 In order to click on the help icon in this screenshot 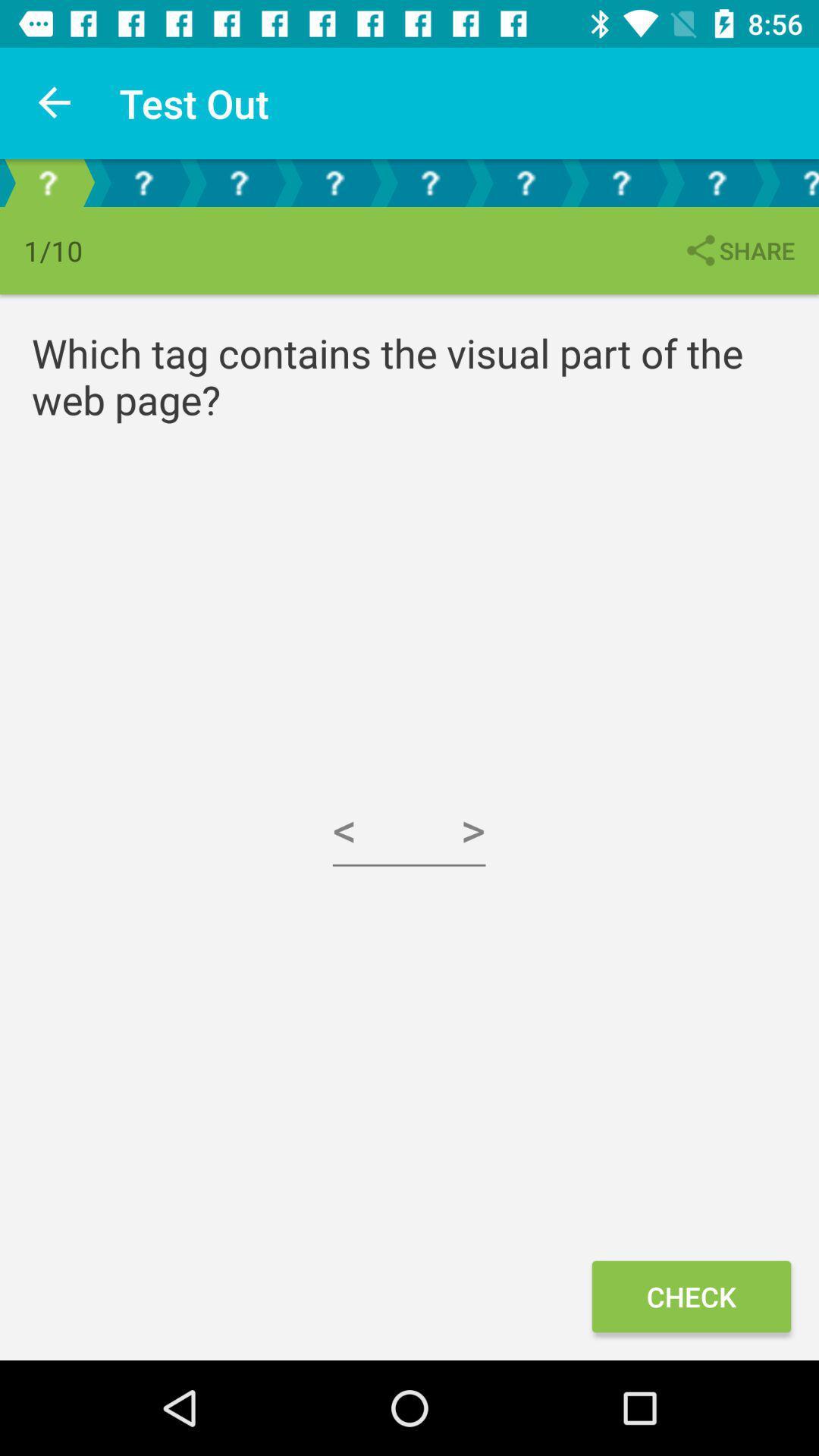, I will do `click(430, 182)`.